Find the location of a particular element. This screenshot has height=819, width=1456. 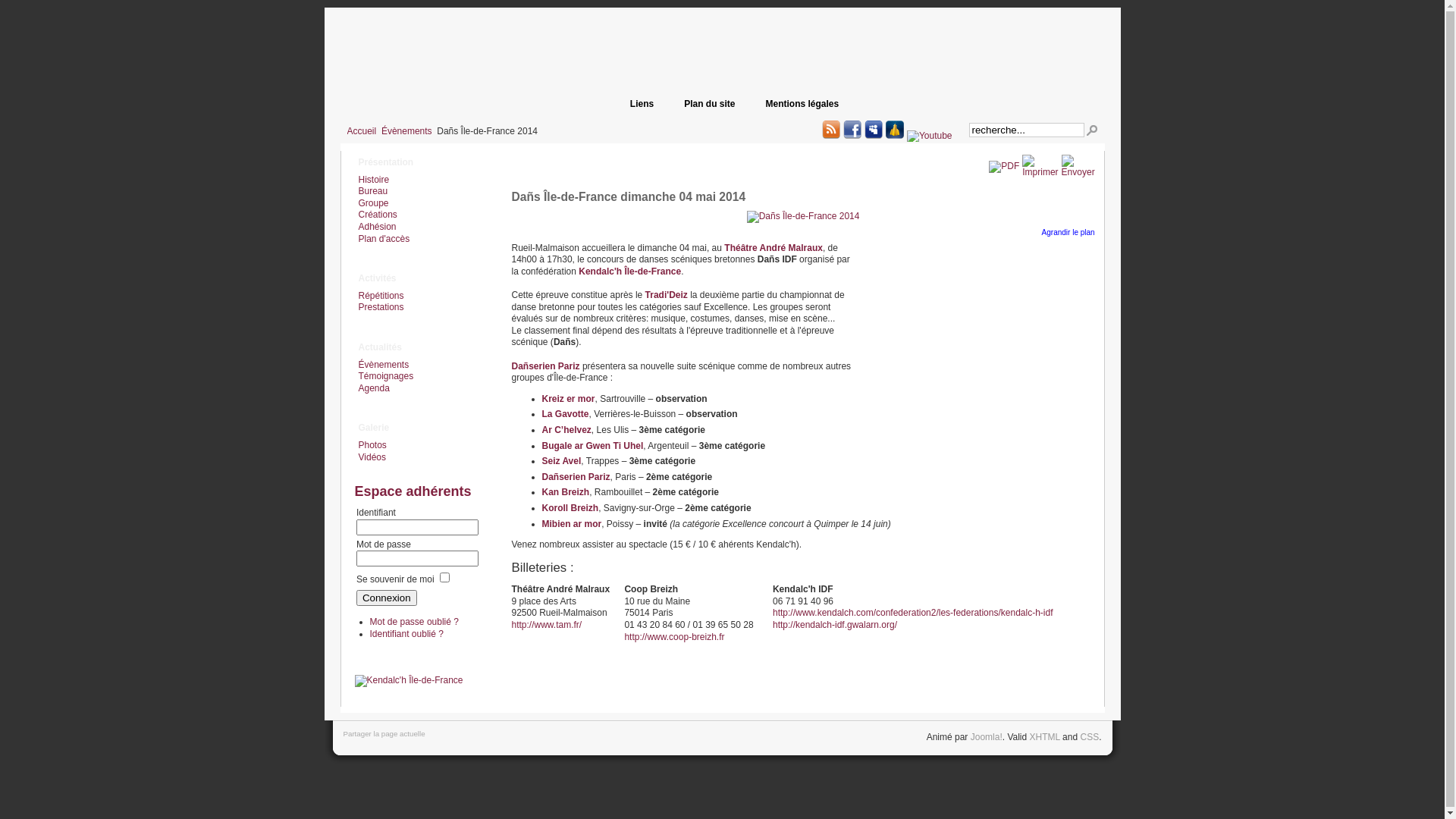

'Suivez-nous sur Myspace' is located at coordinates (874, 128).